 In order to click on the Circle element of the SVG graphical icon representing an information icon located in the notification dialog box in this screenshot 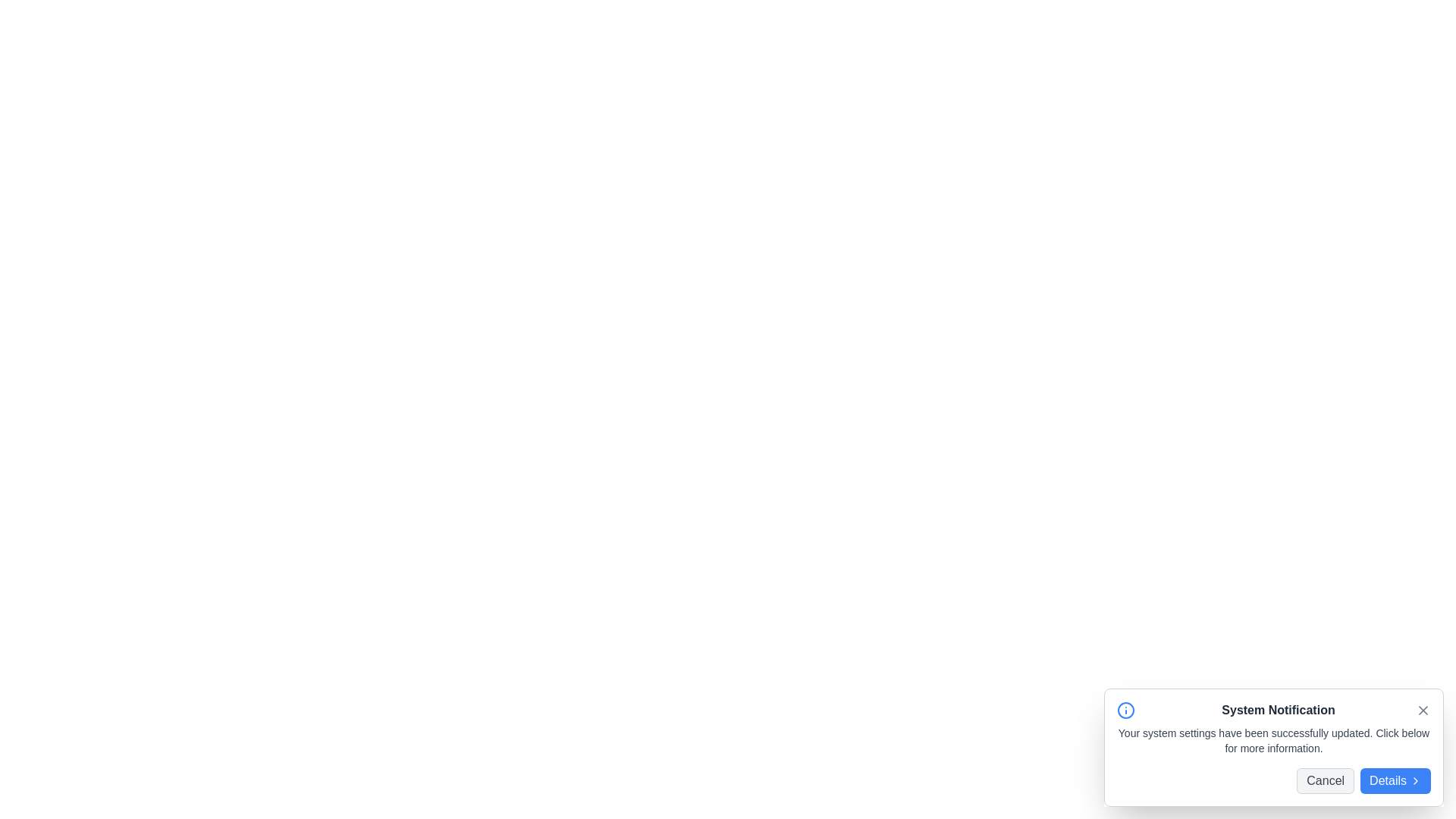, I will do `click(1125, 711)`.